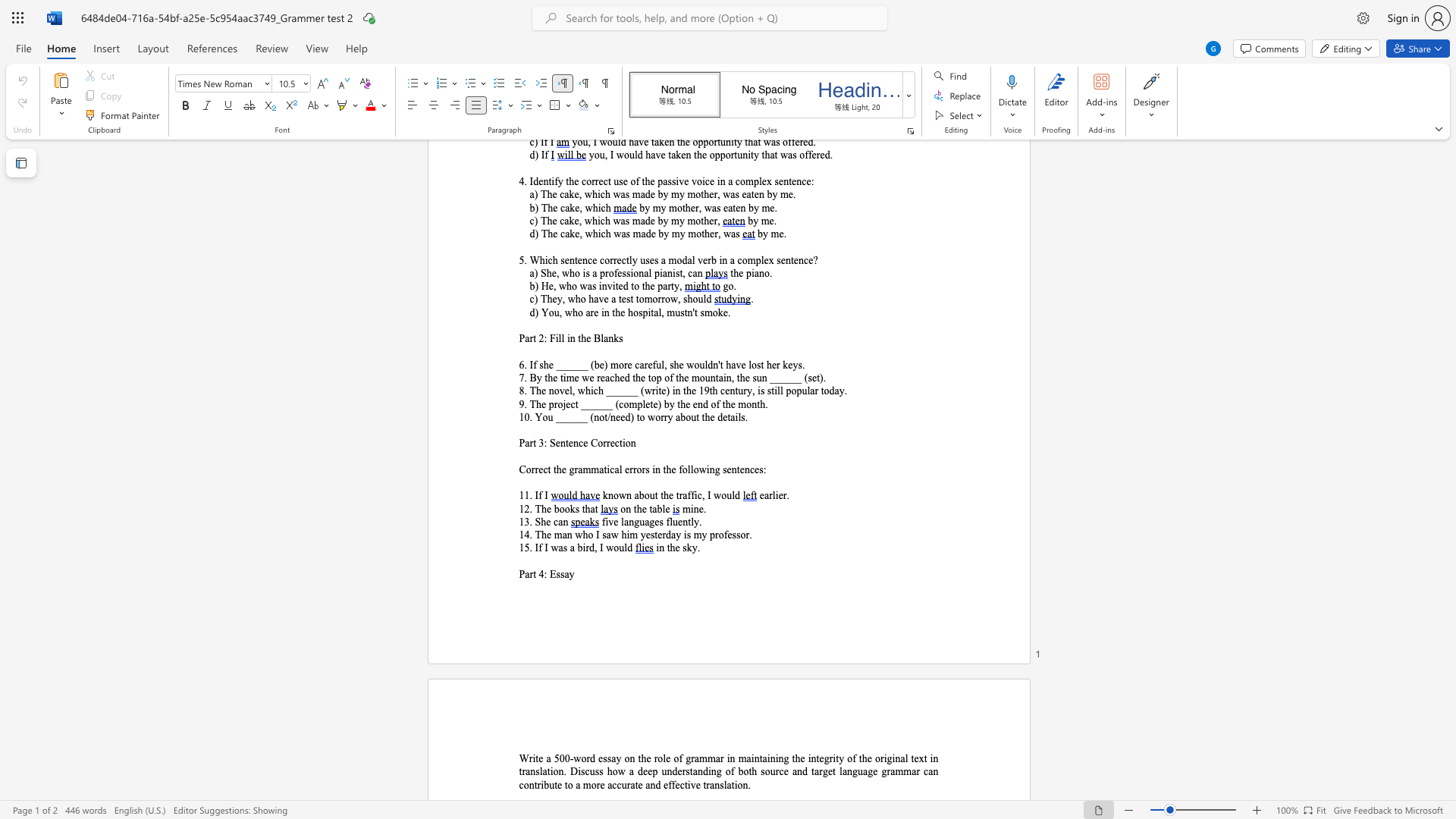 The image size is (1456, 819). What do you see at coordinates (639, 495) in the screenshot?
I see `the space between the continuous character "a" and "b" in the text` at bounding box center [639, 495].